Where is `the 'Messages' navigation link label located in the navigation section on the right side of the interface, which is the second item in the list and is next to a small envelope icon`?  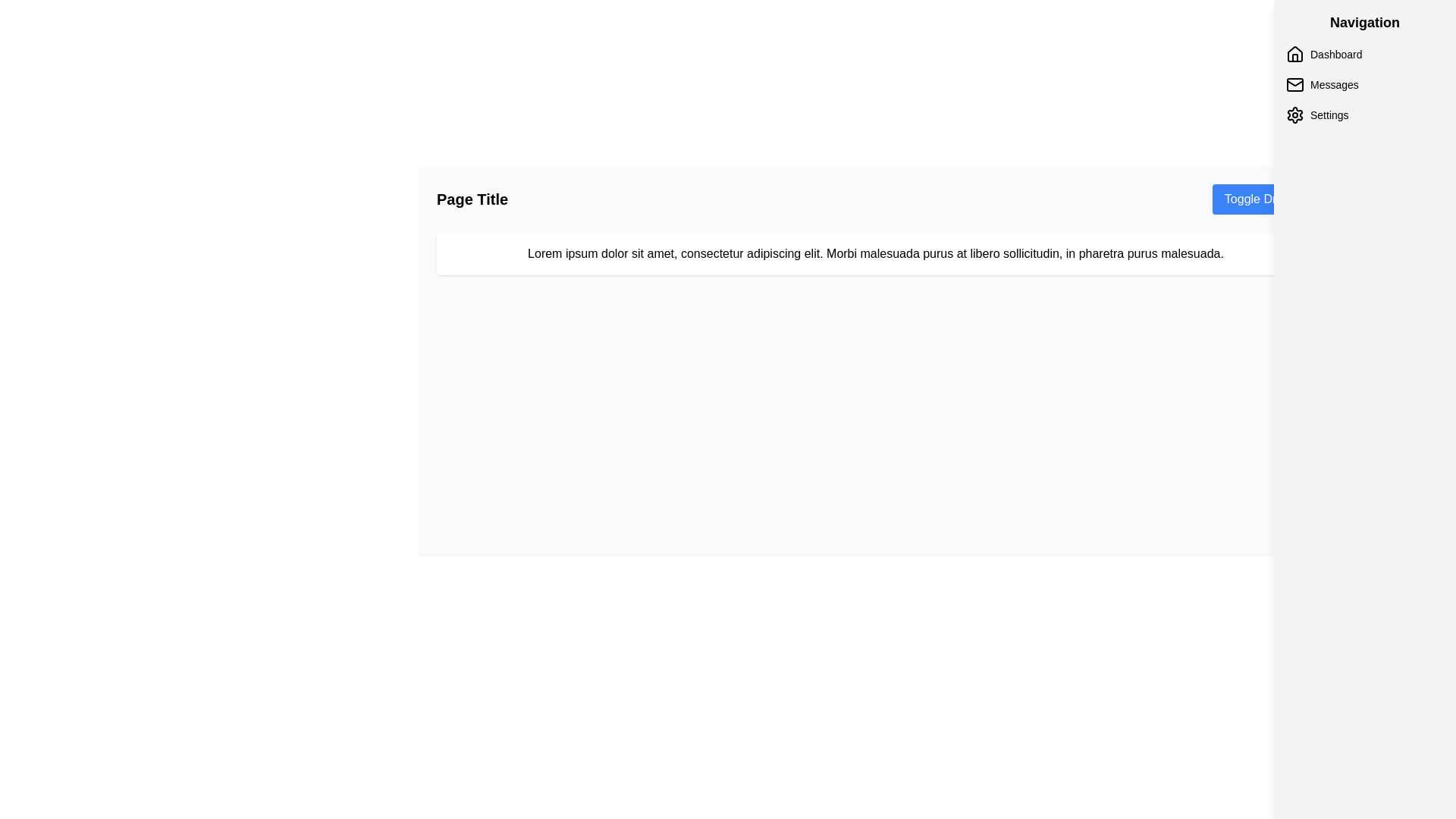 the 'Messages' navigation link label located in the navigation section on the right side of the interface, which is the second item in the list and is next to a small envelope icon is located at coordinates (1333, 84).